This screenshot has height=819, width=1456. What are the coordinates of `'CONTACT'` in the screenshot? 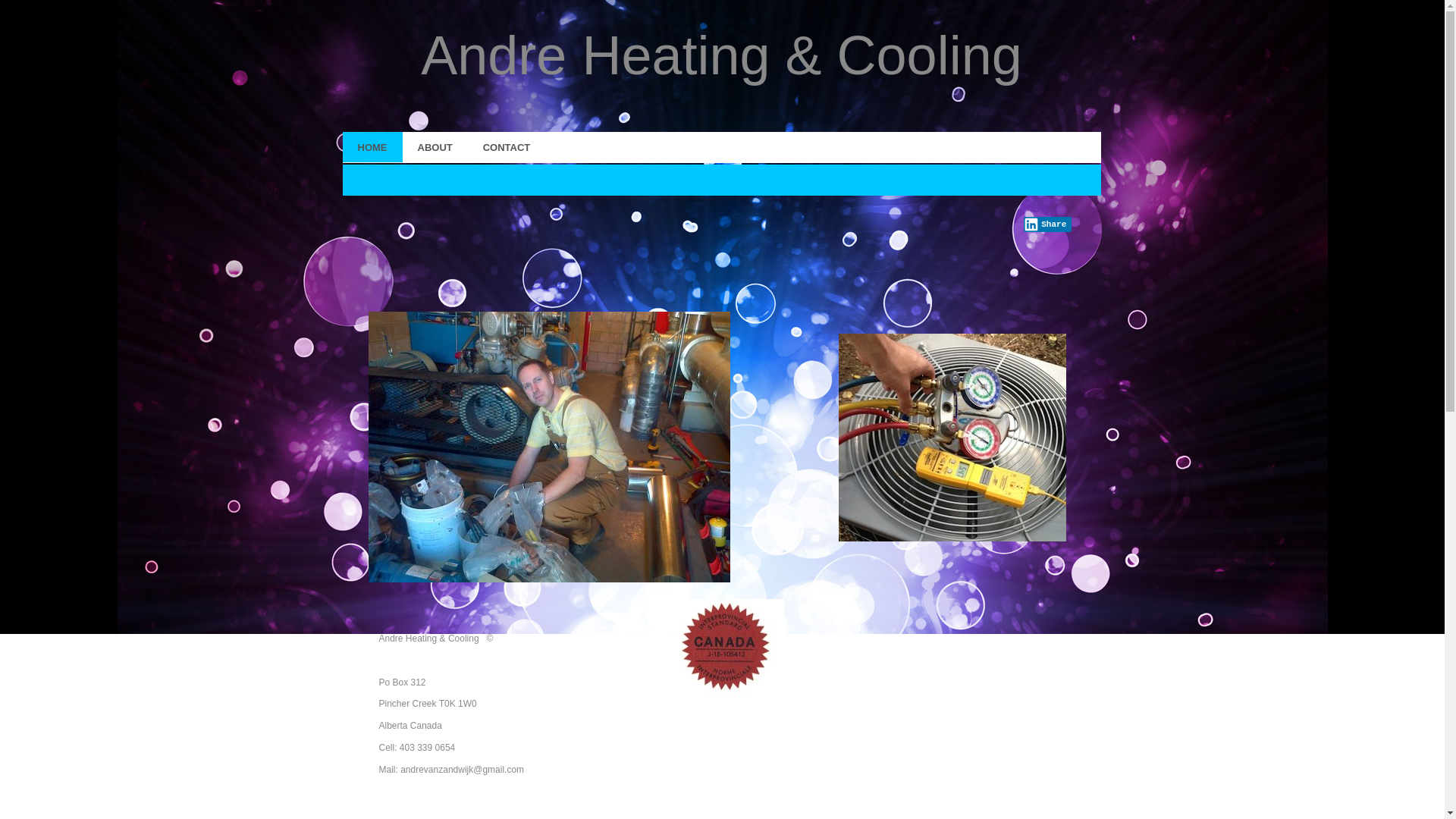 It's located at (507, 146).